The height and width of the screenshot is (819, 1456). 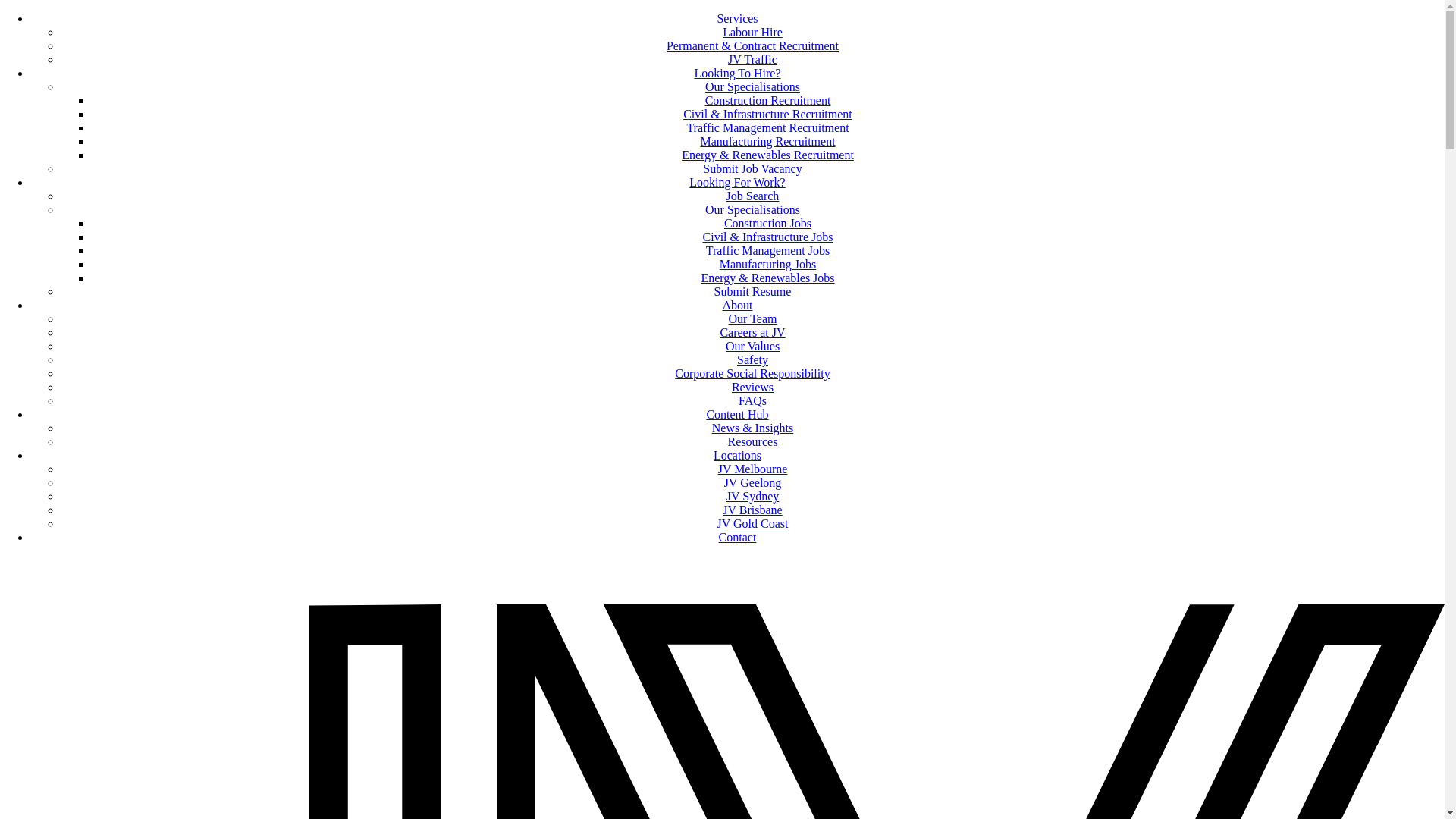 I want to click on 'Careers at JV', so click(x=752, y=331).